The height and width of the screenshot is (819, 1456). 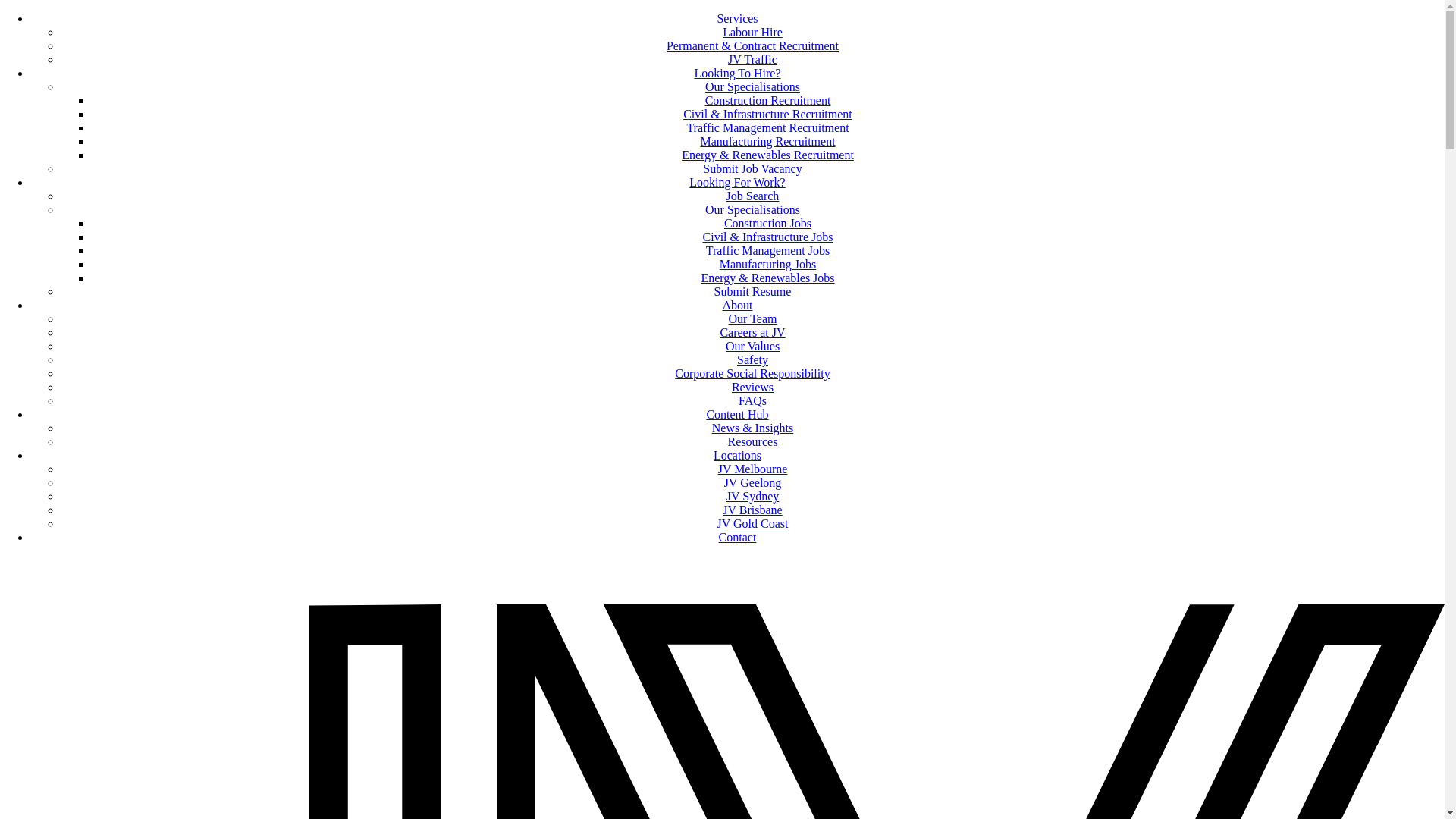 I want to click on 'Careers at JV', so click(x=752, y=331).